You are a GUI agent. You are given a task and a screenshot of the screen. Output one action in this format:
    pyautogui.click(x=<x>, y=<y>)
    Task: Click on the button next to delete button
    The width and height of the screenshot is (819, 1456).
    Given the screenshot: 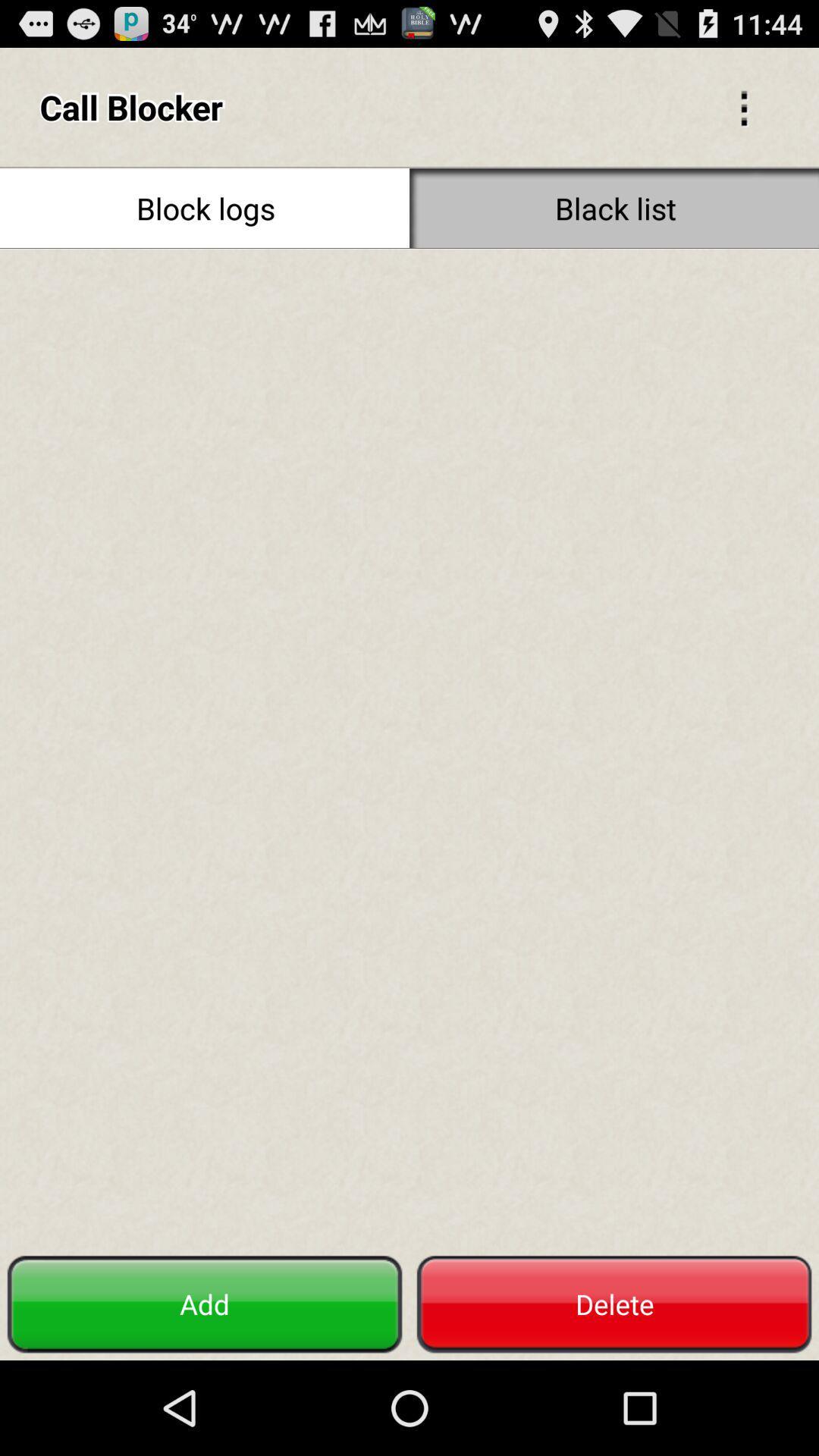 What is the action you would take?
    pyautogui.click(x=205, y=1304)
    